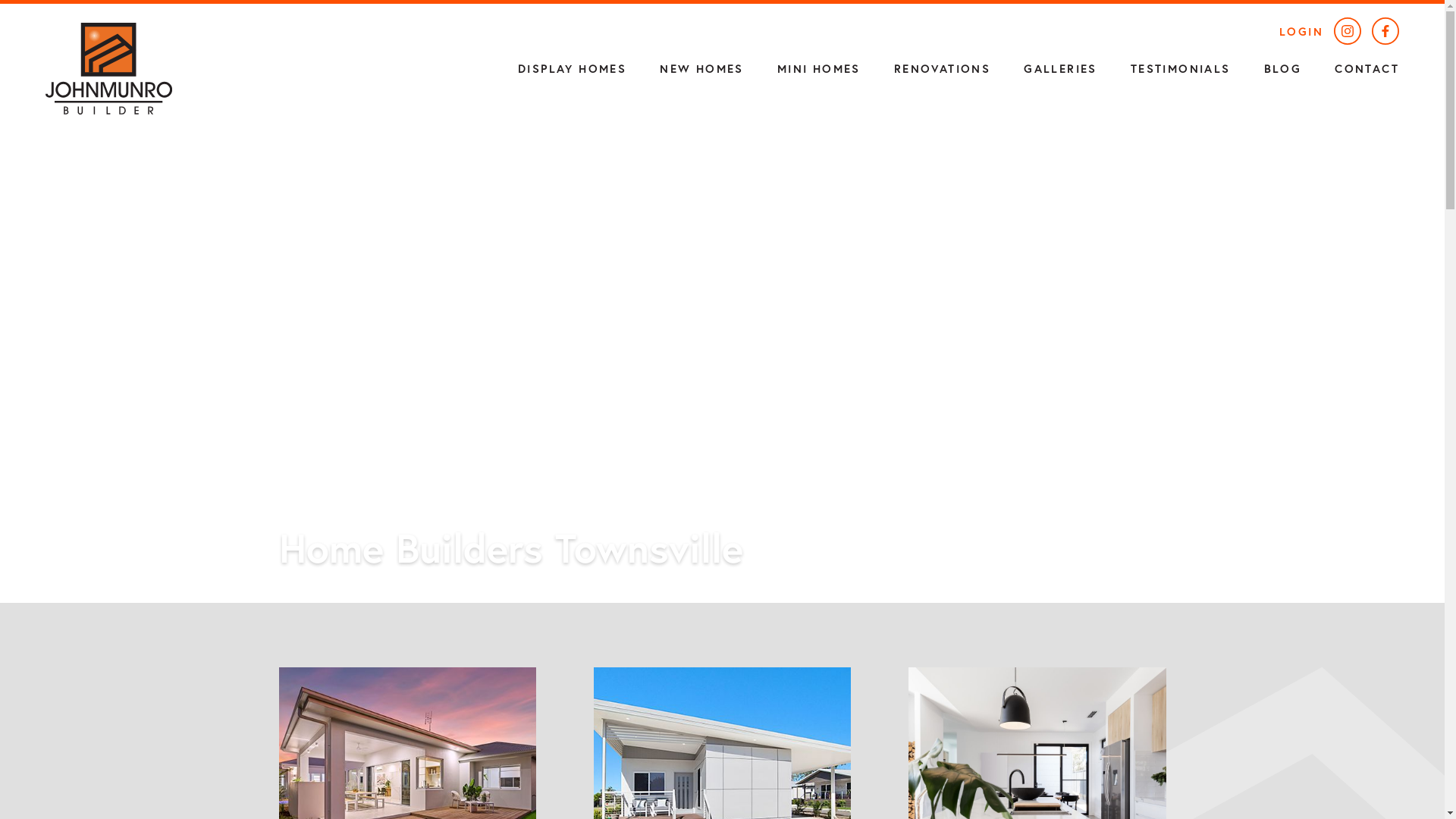 The height and width of the screenshot is (819, 1456). I want to click on 'LOGIN', so click(1301, 31).